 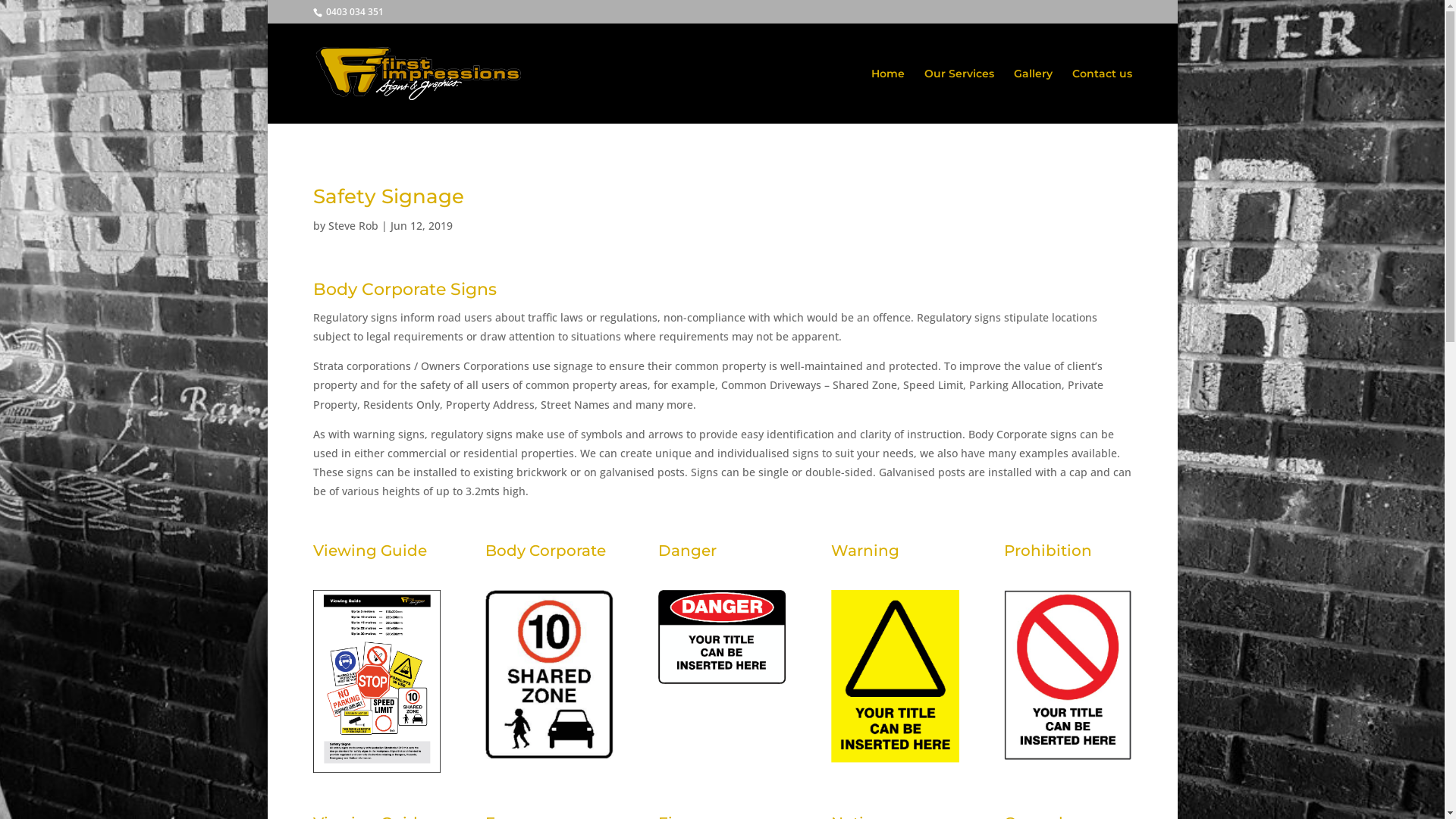 What do you see at coordinates (957, 96) in the screenshot?
I see `'Our Services'` at bounding box center [957, 96].